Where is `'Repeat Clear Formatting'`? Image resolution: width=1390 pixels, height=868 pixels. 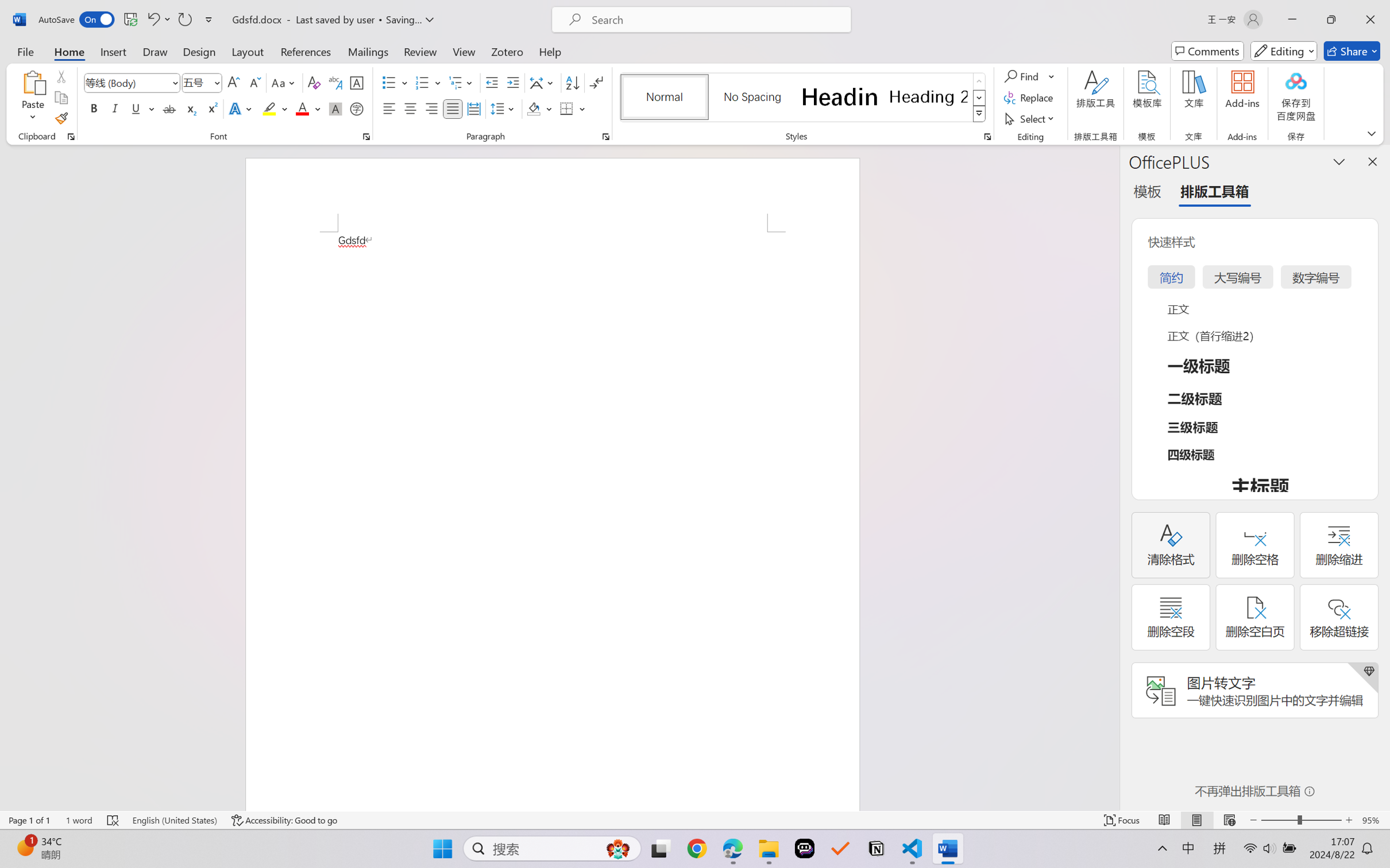 'Repeat Clear Formatting' is located at coordinates (184, 19).